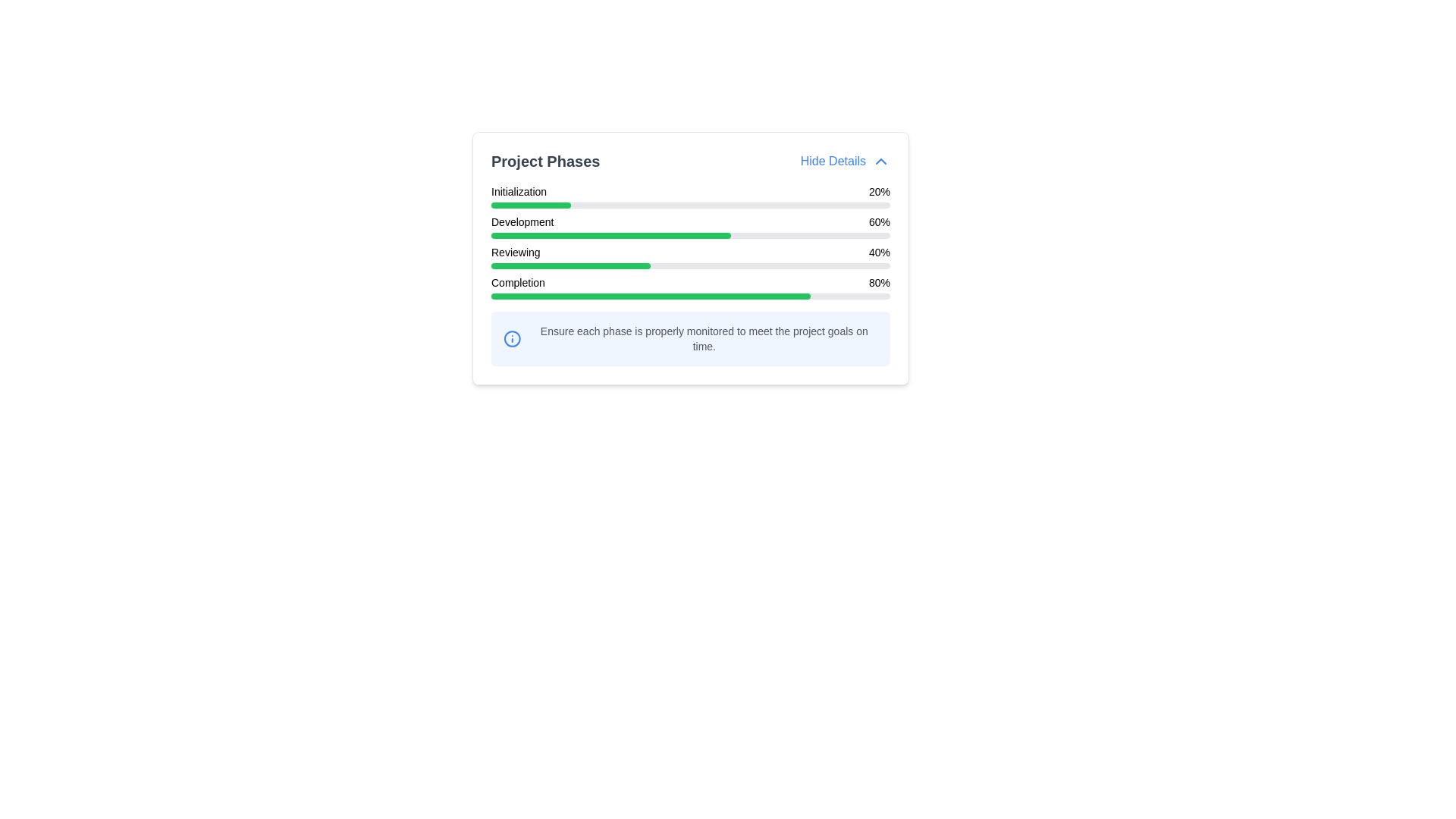  I want to click on the third progress bar in the vertical sequence of progress indicators within the 'Project Phases' section, so click(690, 256).